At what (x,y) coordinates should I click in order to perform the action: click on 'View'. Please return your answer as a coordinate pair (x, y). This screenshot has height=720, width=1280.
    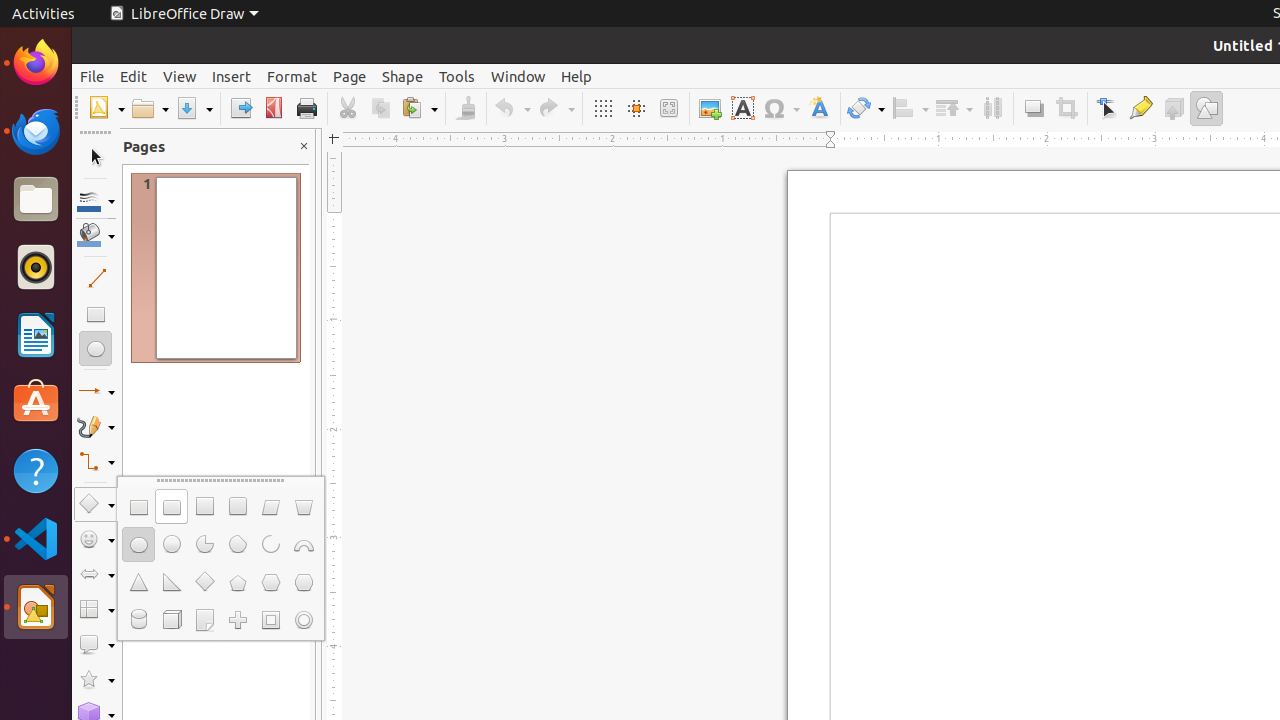
    Looking at the image, I should click on (179, 75).